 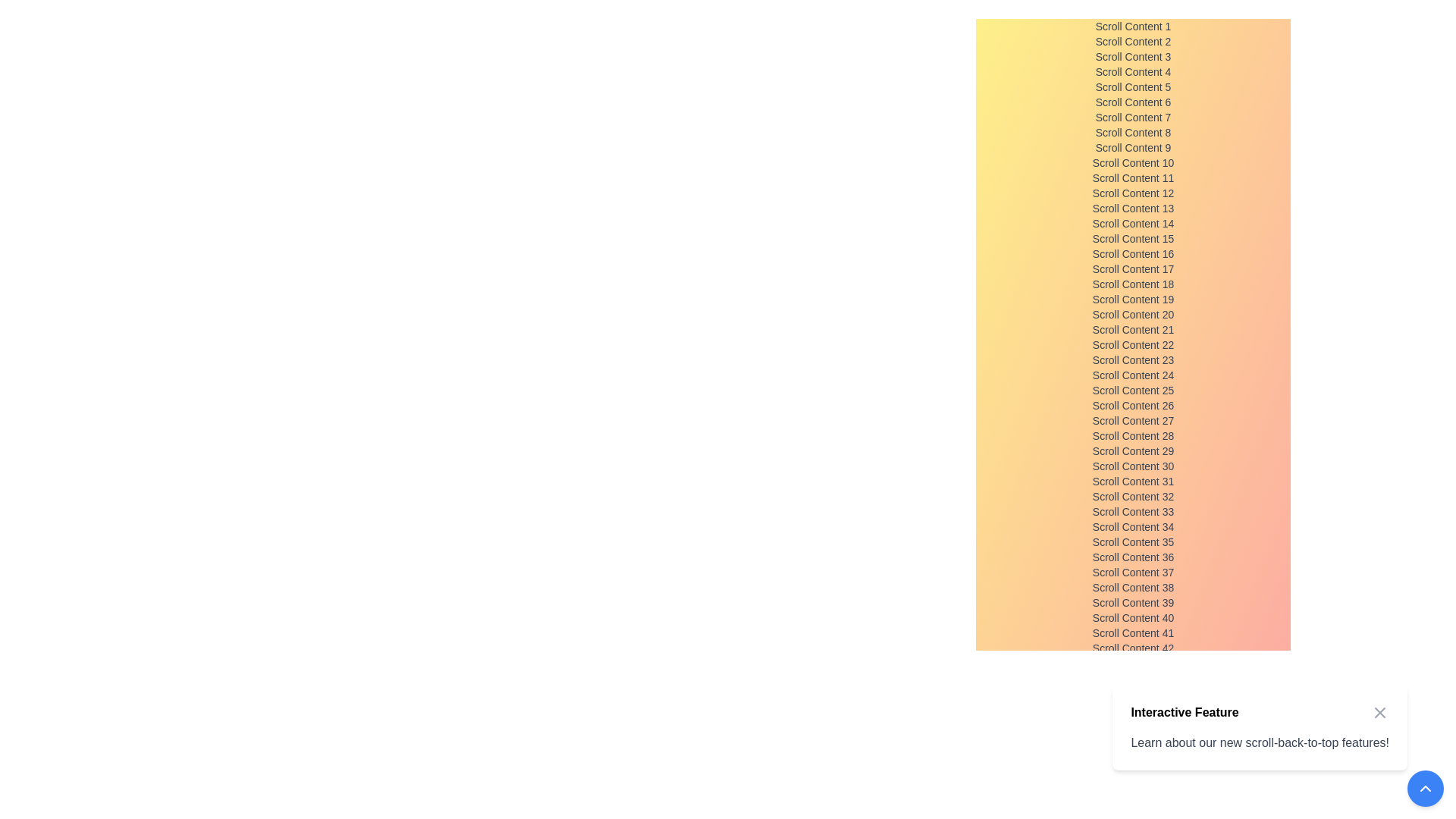 I want to click on text from the Text Label that displays 'Scroll Content 4', which is styled in gray and positioned in a vertical list of similar elements, so click(x=1133, y=72).